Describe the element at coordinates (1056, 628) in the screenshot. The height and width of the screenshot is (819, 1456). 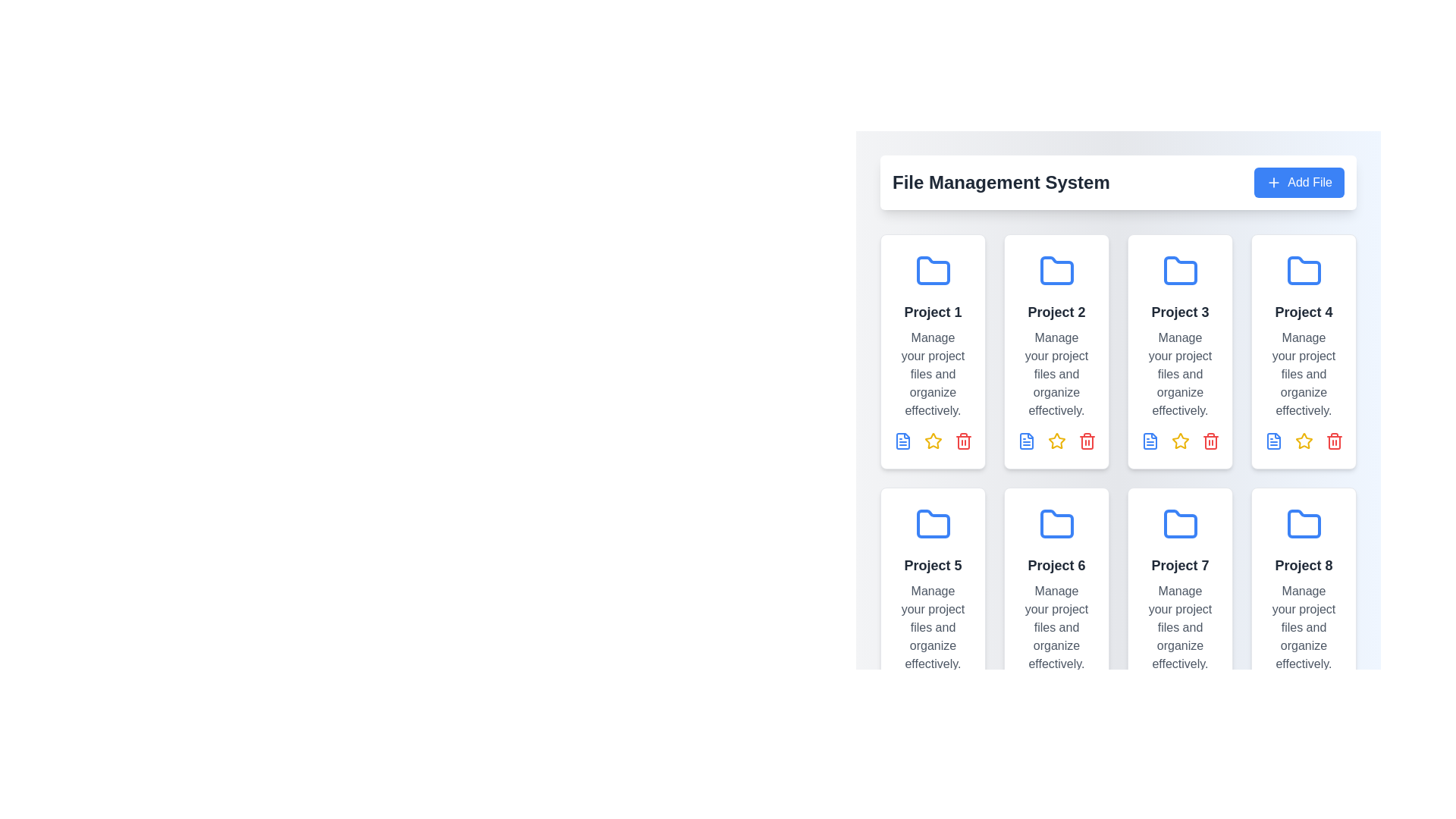
I see `the text label displaying 'Manage your project files and organize effectively.' which is located below the title 'Project 6' in the second row, second column of the card layout` at that location.